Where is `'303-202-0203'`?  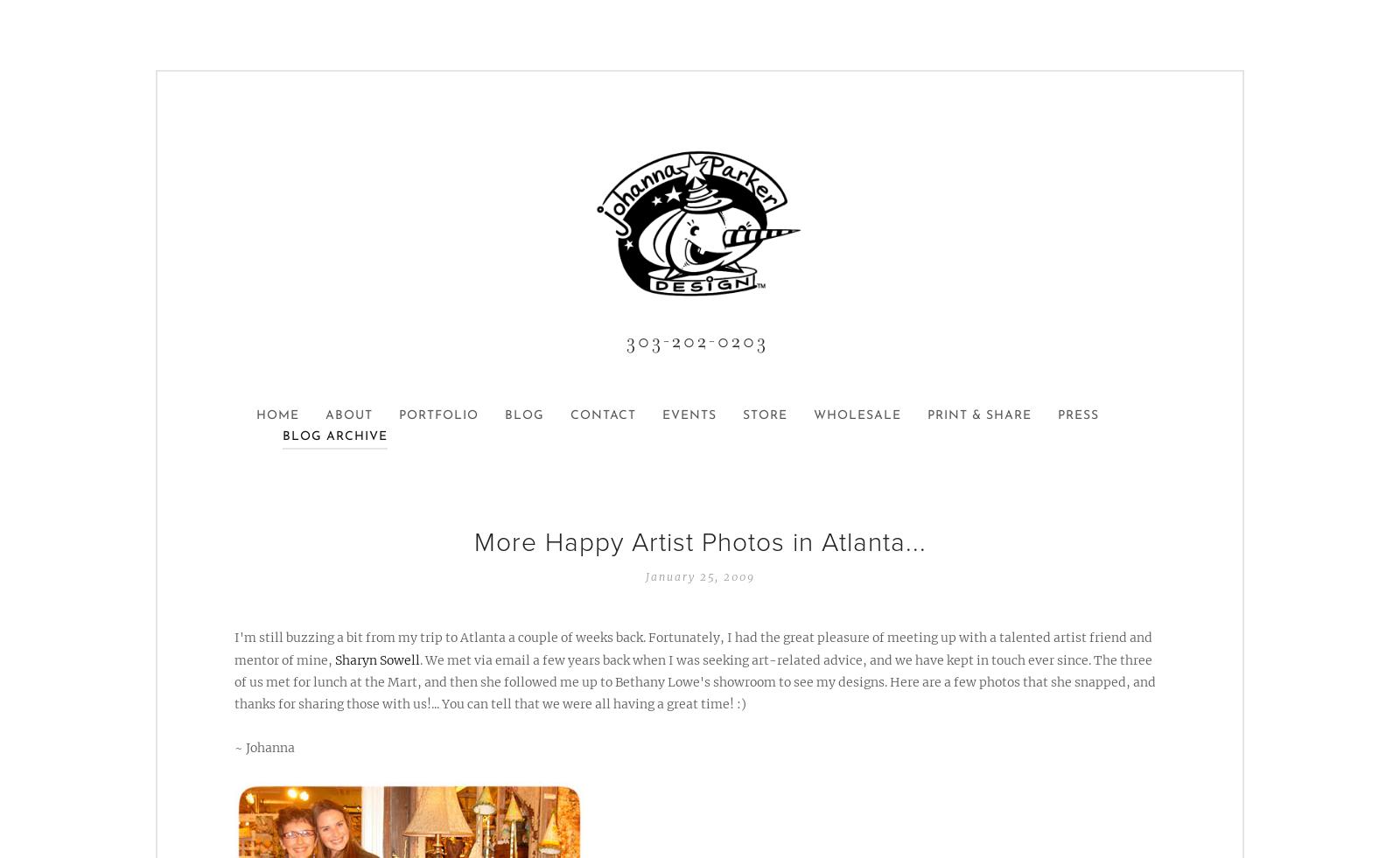 '303-202-0203' is located at coordinates (699, 339).